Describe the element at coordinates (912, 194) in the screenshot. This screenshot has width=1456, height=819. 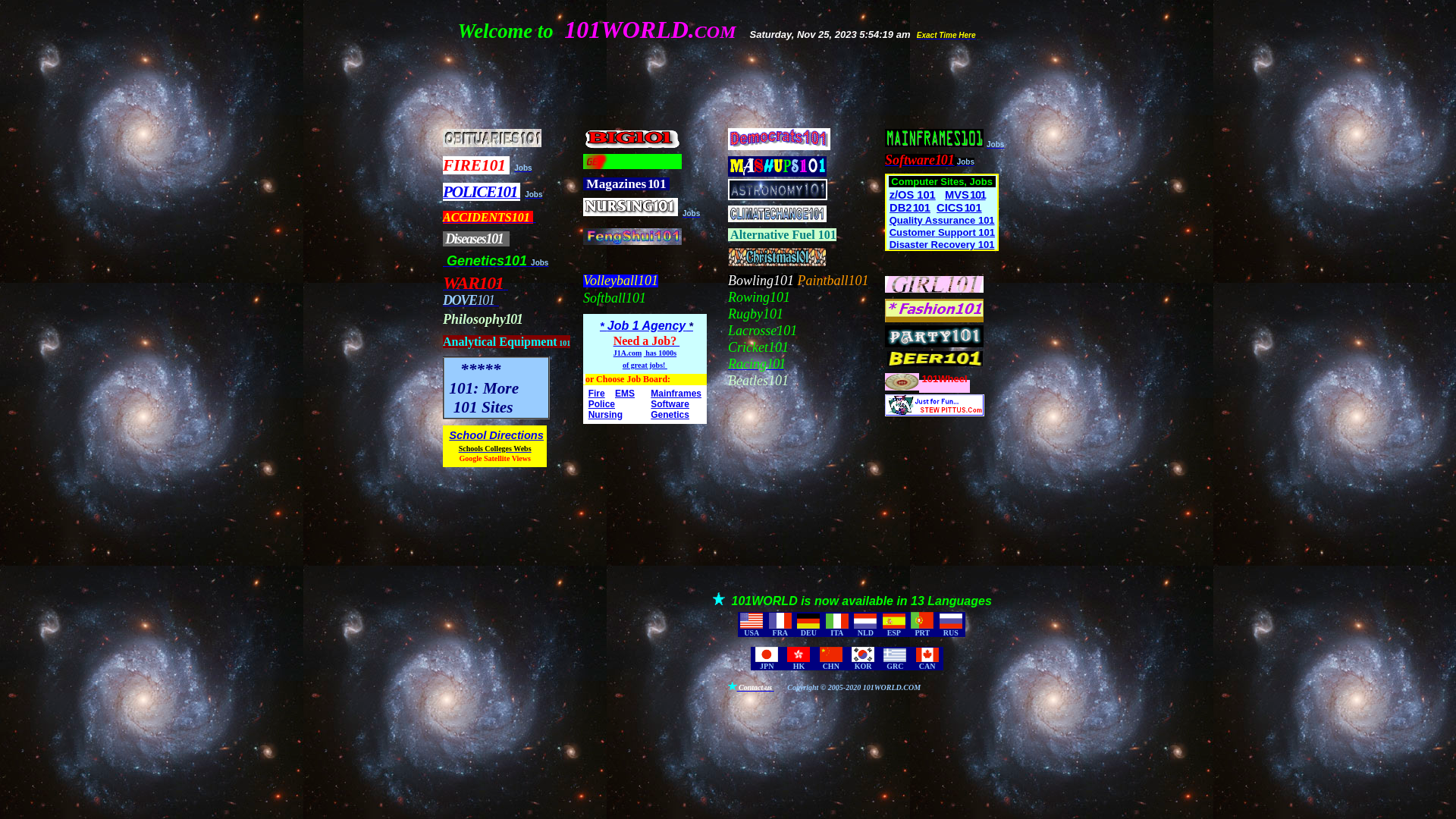
I see `'z/OS 101'` at that location.